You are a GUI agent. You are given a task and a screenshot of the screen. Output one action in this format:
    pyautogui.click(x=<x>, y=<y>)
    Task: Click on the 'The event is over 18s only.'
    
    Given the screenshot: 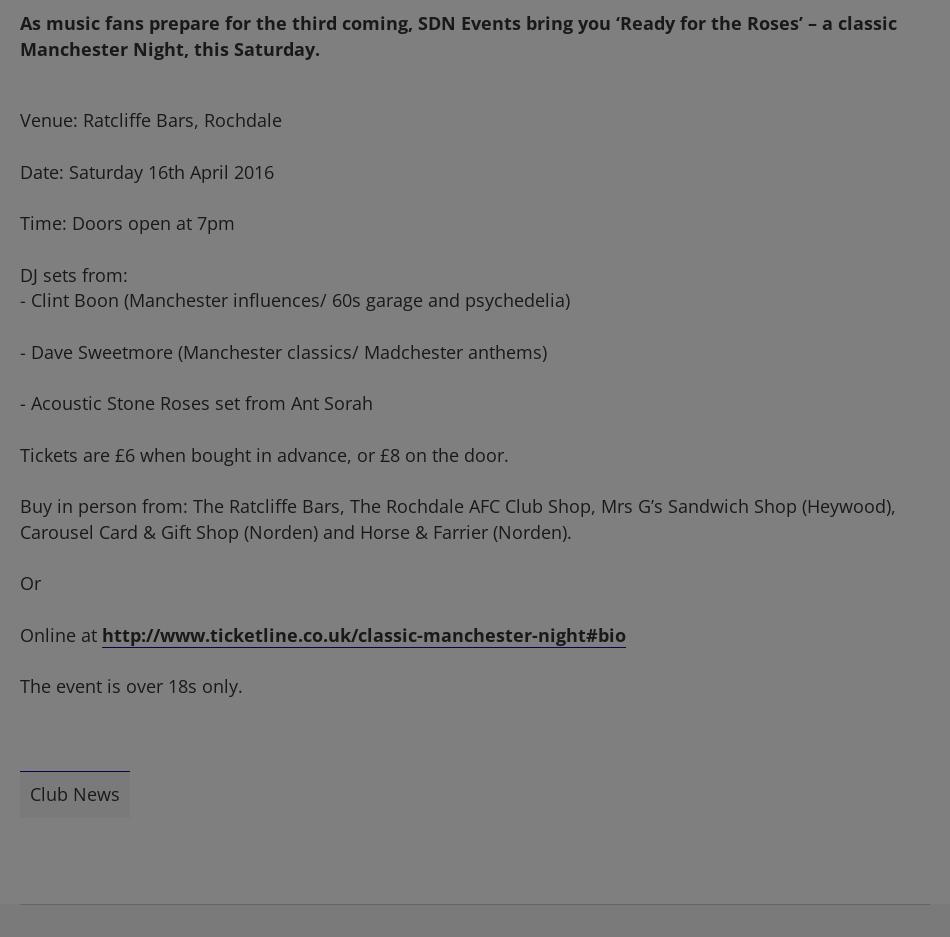 What is the action you would take?
    pyautogui.click(x=134, y=684)
    